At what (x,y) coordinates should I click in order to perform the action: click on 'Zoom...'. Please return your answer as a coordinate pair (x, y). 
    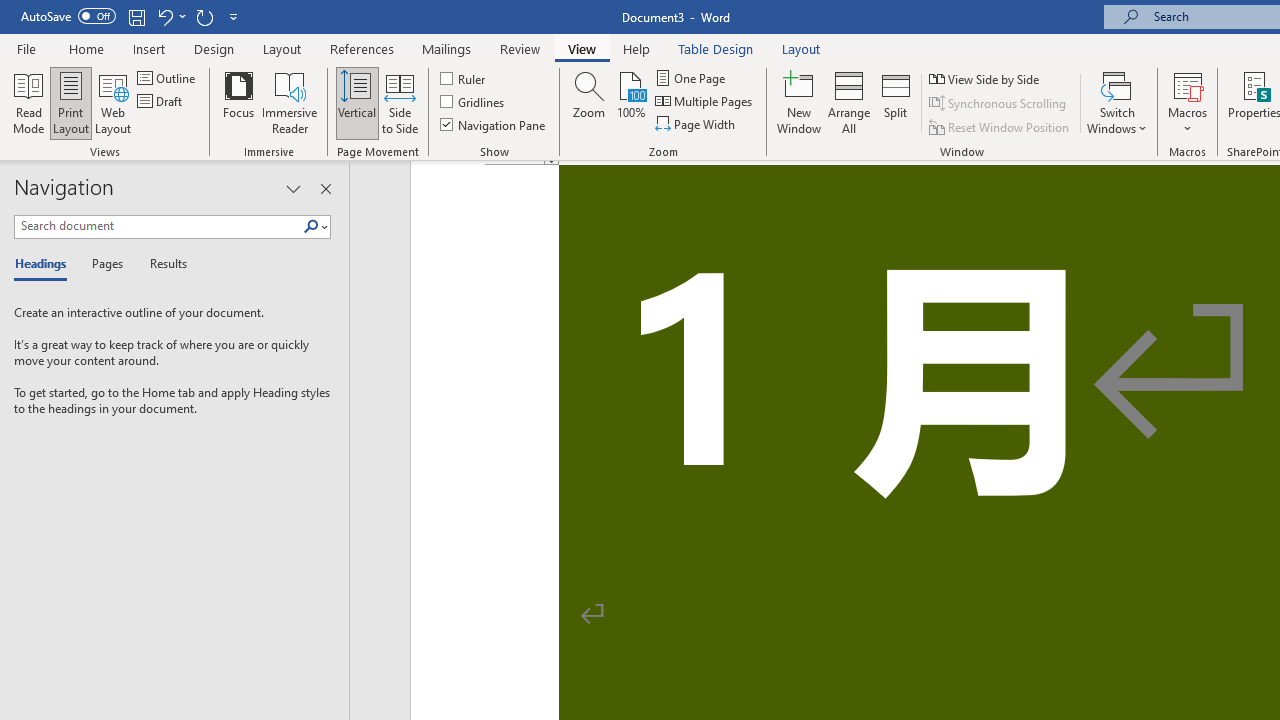
    Looking at the image, I should click on (588, 103).